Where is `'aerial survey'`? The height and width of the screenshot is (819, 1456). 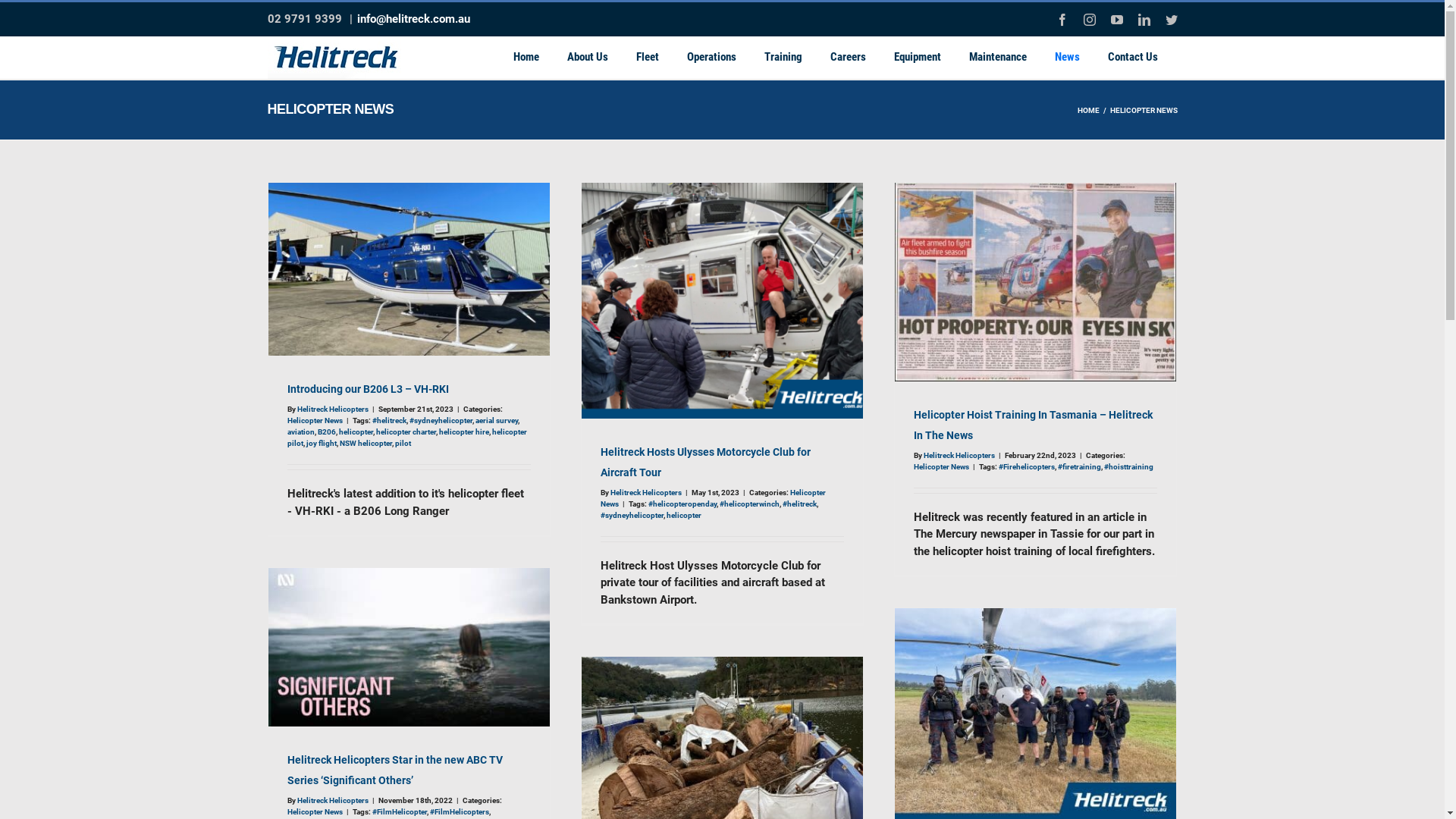 'aerial survey' is located at coordinates (495, 420).